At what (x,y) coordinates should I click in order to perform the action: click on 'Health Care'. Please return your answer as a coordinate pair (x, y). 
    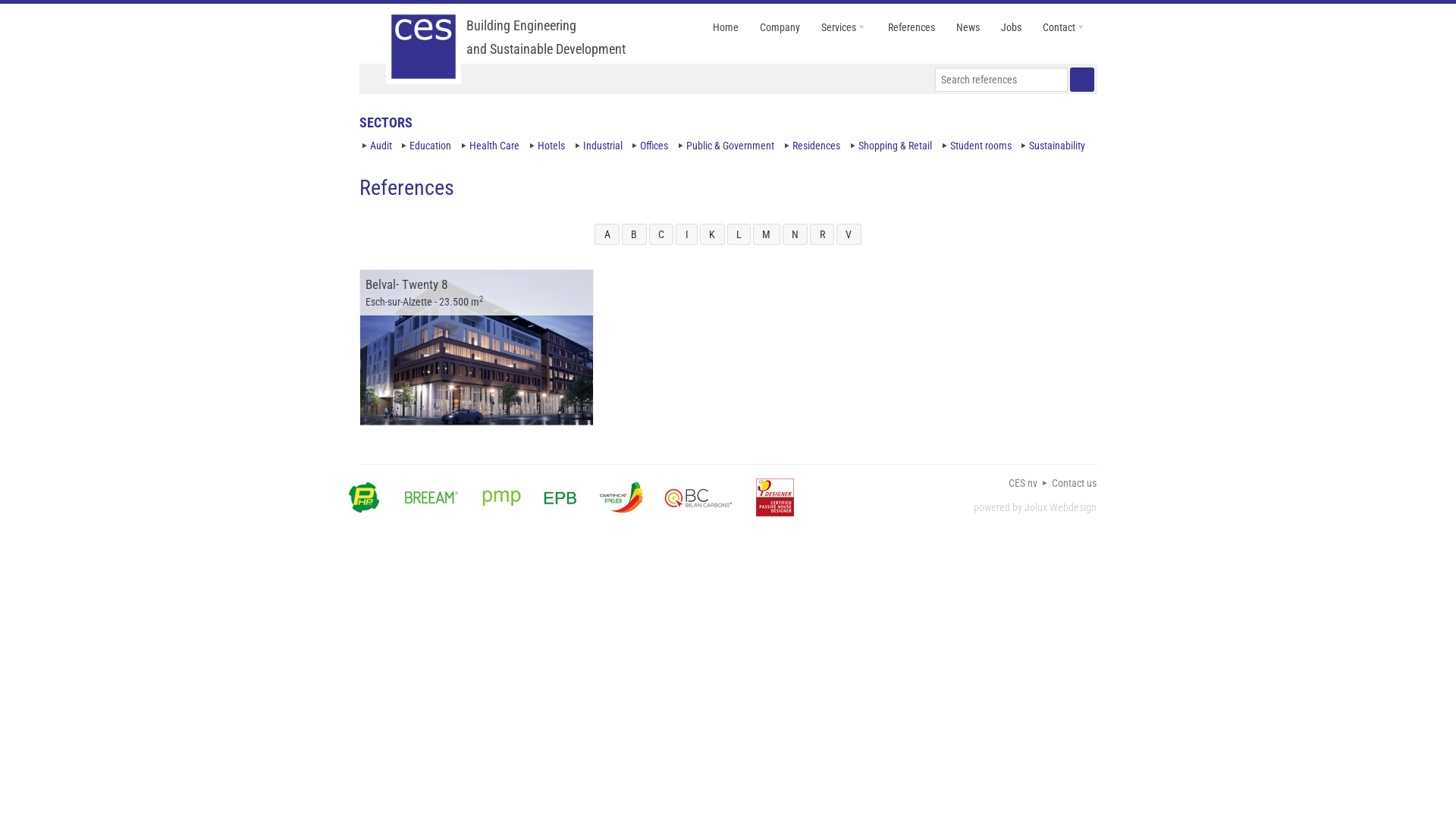
    Looking at the image, I should click on (469, 146).